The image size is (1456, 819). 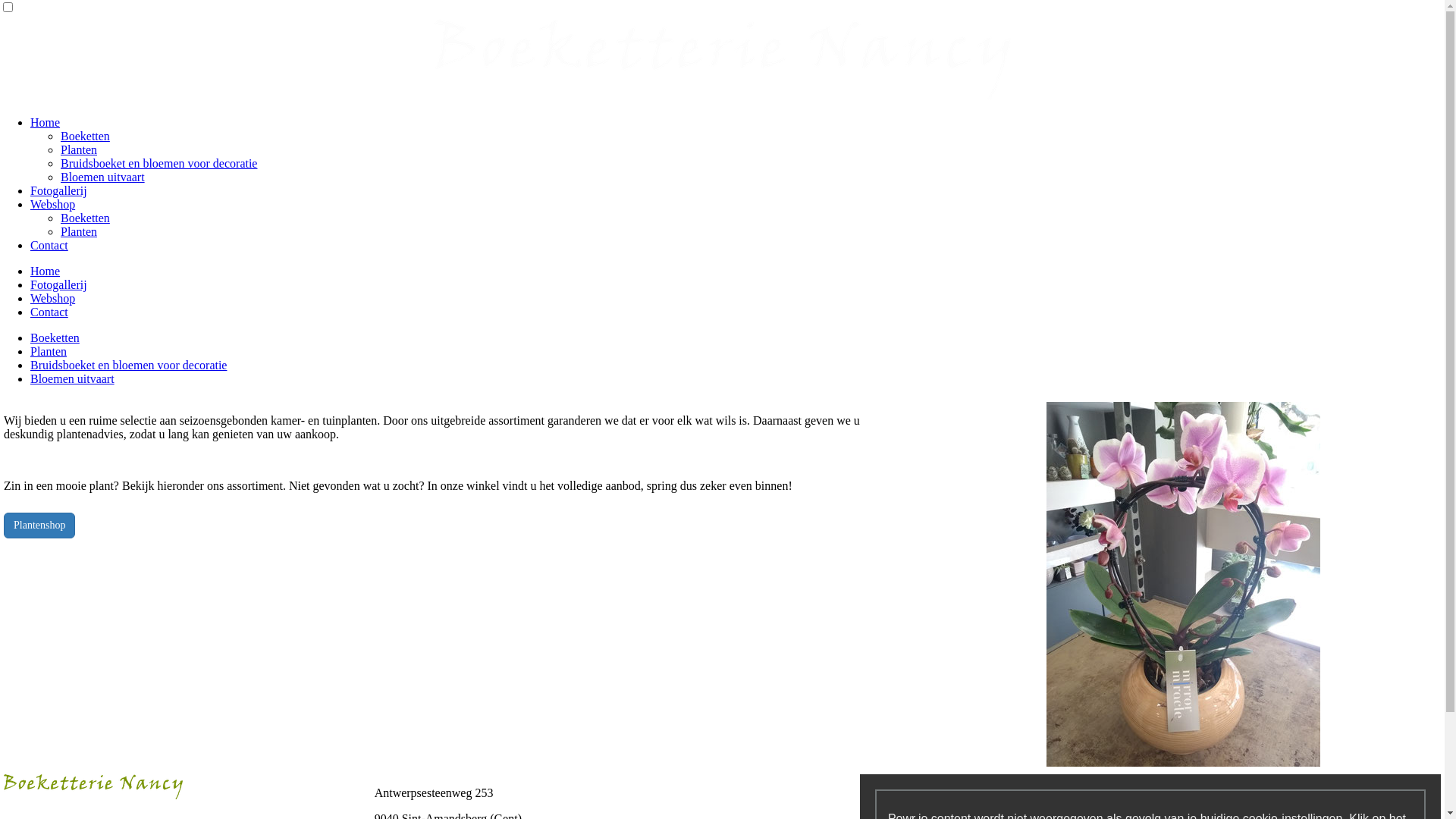 What do you see at coordinates (52, 298) in the screenshot?
I see `'Webshop'` at bounding box center [52, 298].